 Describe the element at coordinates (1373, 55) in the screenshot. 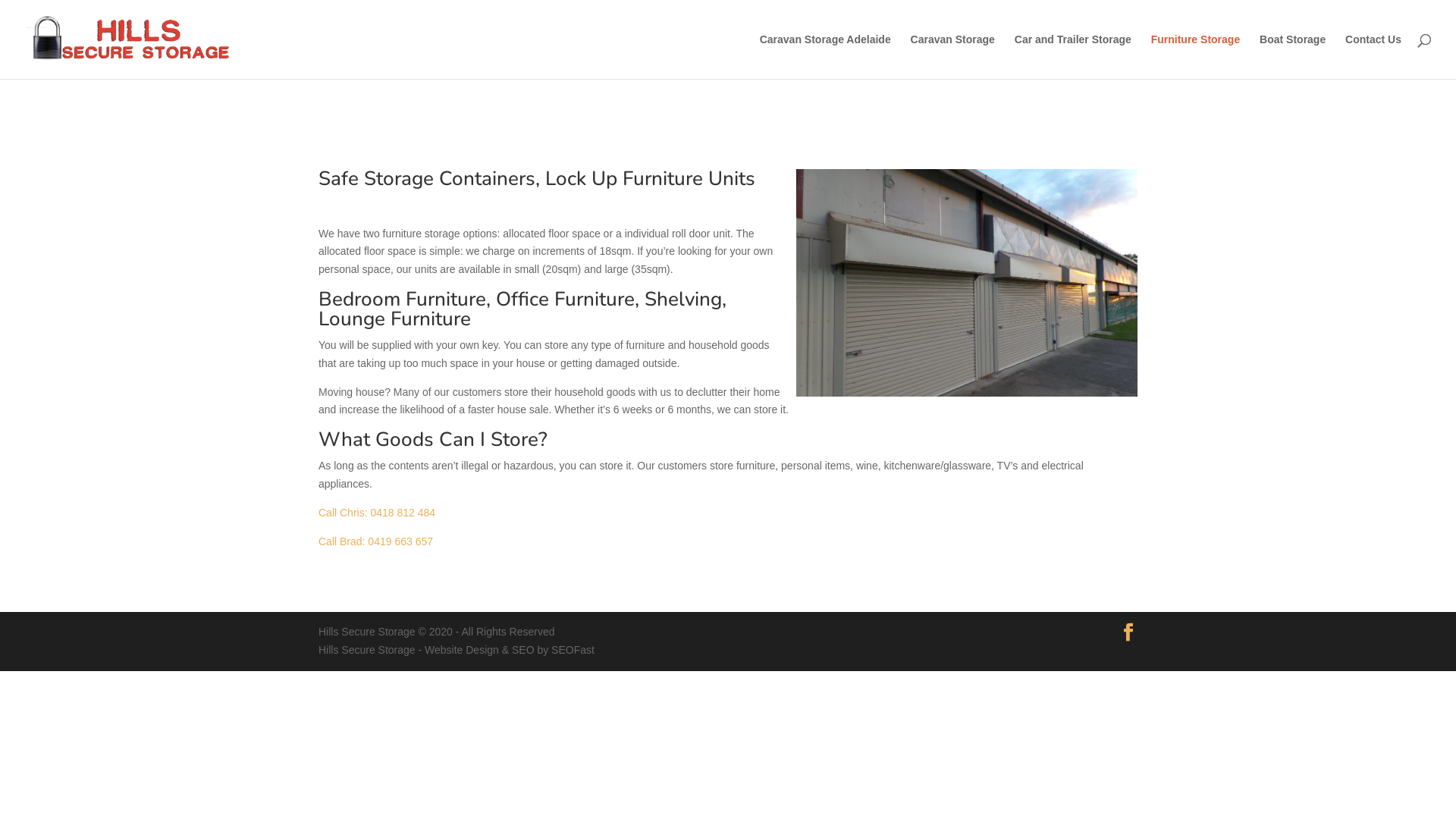

I see `'Contact Us'` at that location.